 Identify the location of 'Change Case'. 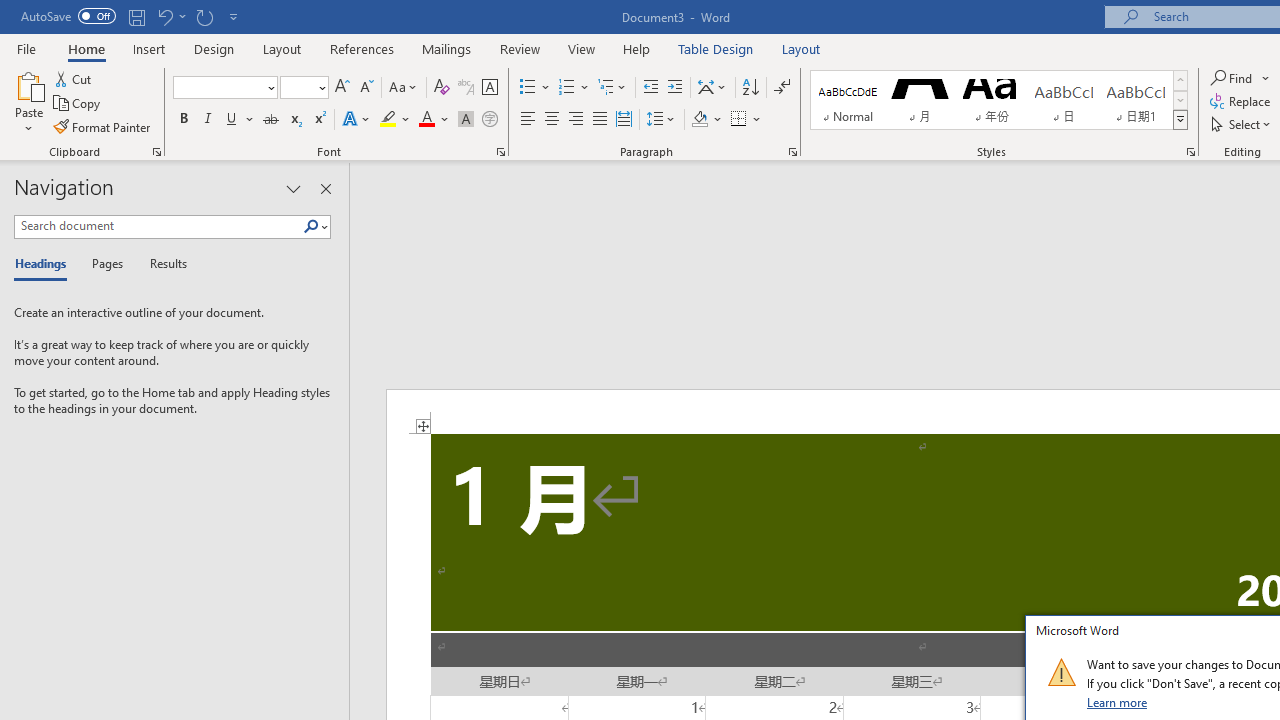
(403, 86).